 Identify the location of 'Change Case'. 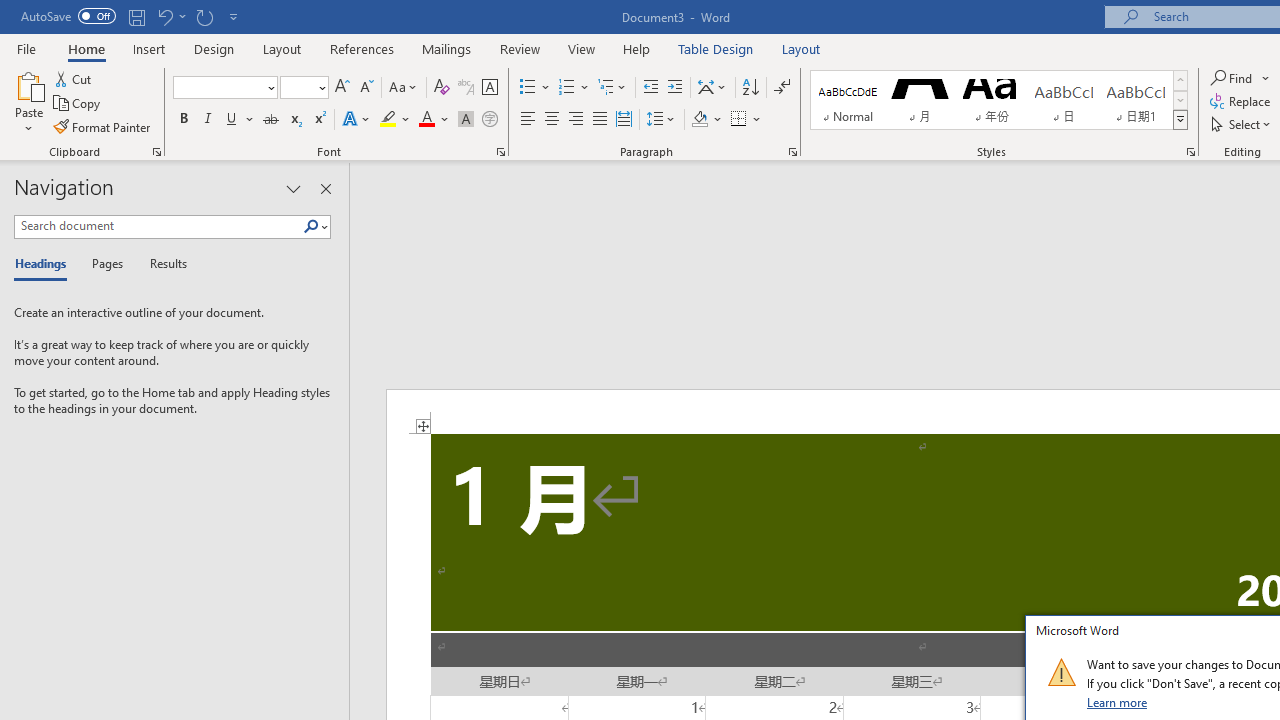
(403, 86).